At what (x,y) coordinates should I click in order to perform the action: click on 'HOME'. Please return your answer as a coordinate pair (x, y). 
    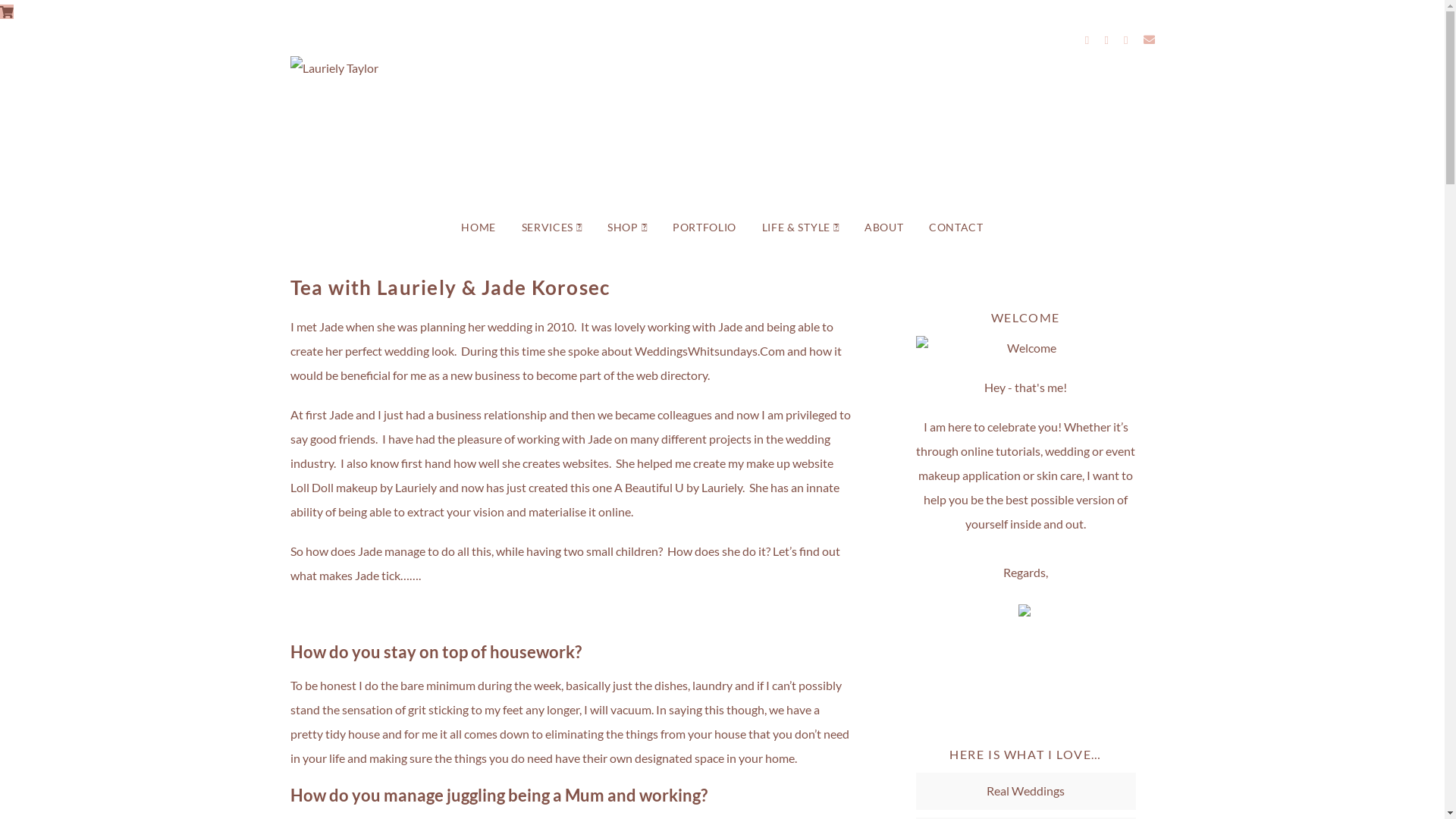
    Looking at the image, I should click on (477, 227).